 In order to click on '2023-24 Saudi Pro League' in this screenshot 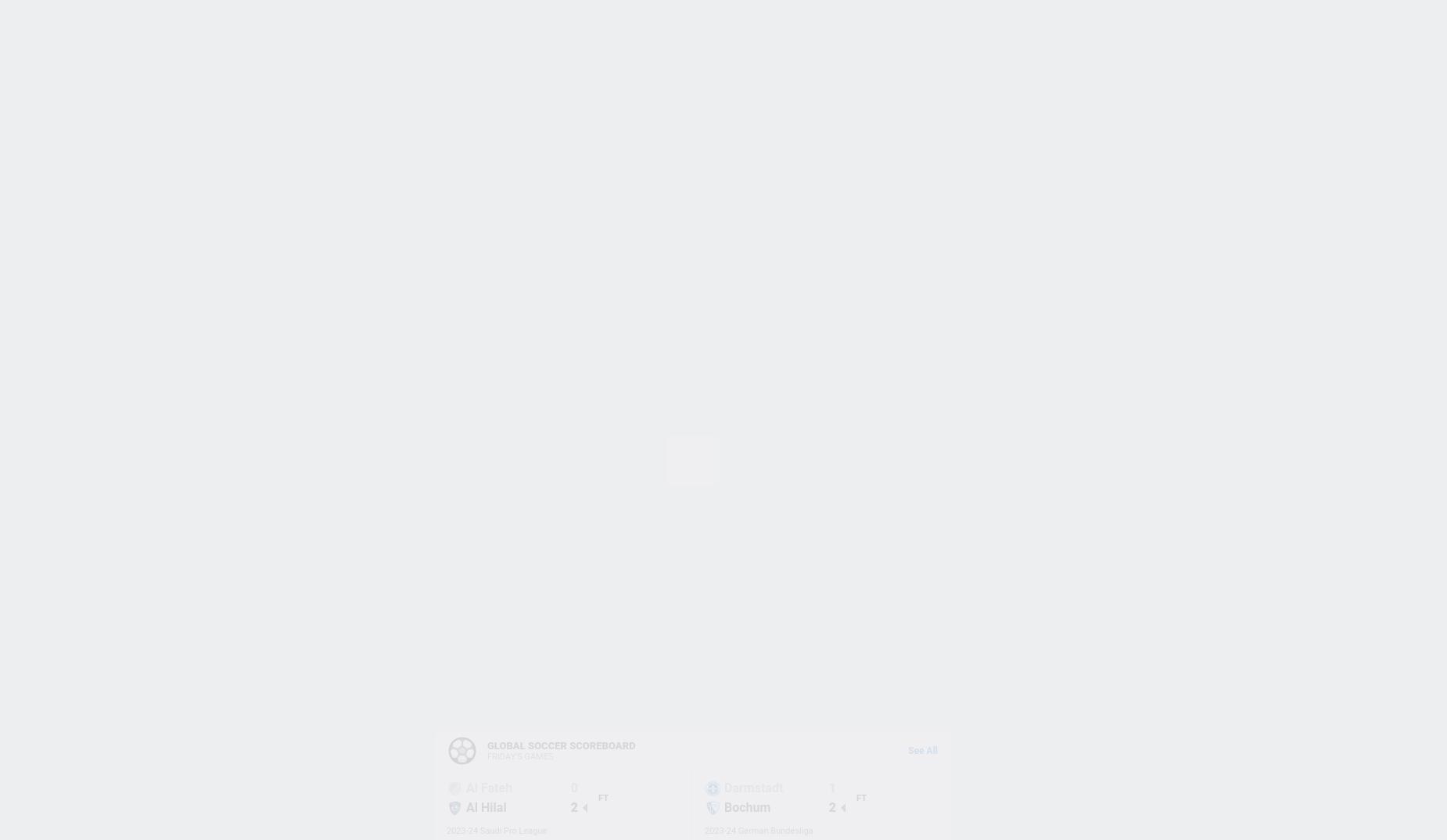, I will do `click(446, 830)`.